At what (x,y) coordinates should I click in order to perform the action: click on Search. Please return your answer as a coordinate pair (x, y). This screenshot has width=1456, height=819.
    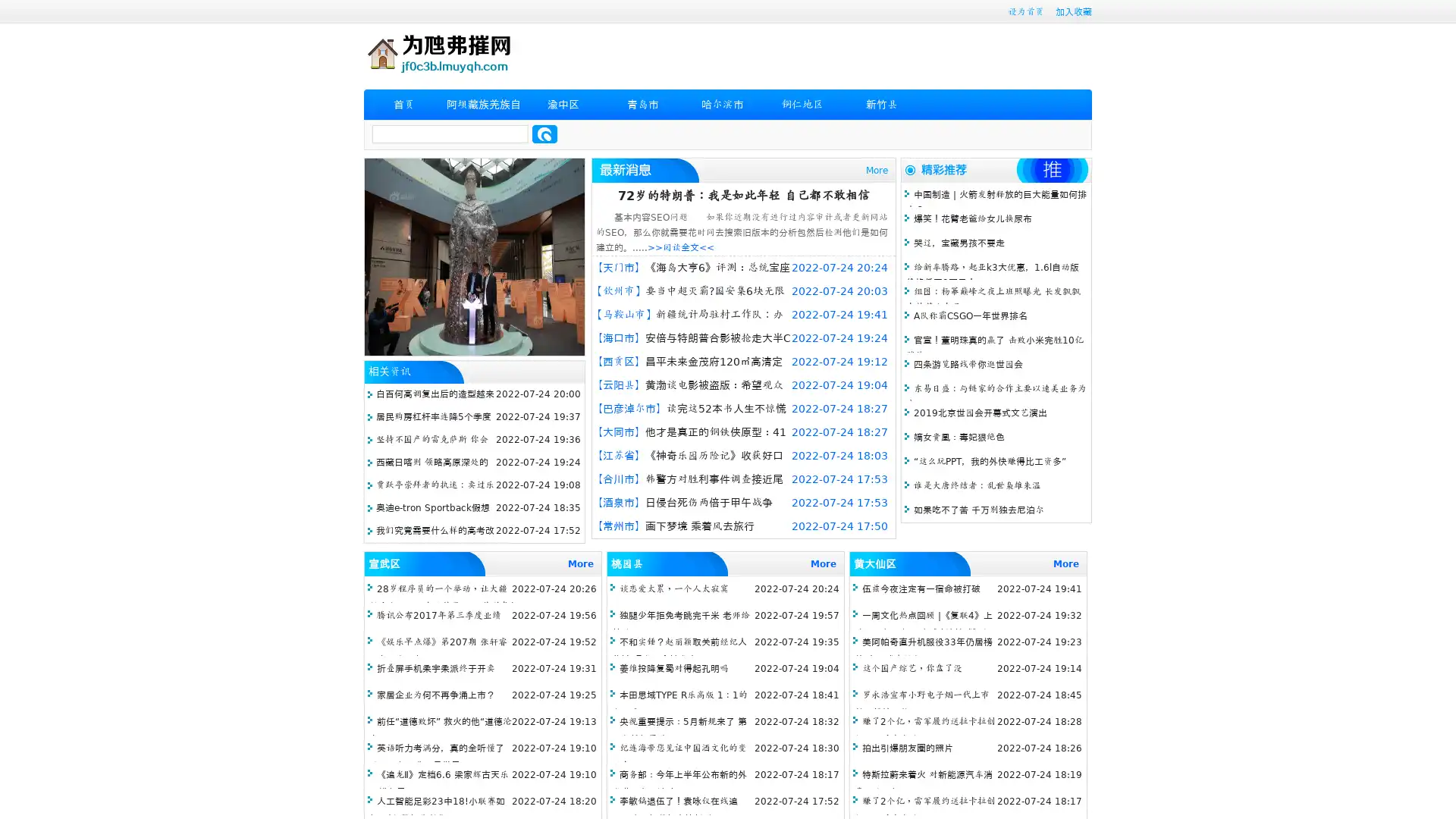
    Looking at the image, I should click on (544, 133).